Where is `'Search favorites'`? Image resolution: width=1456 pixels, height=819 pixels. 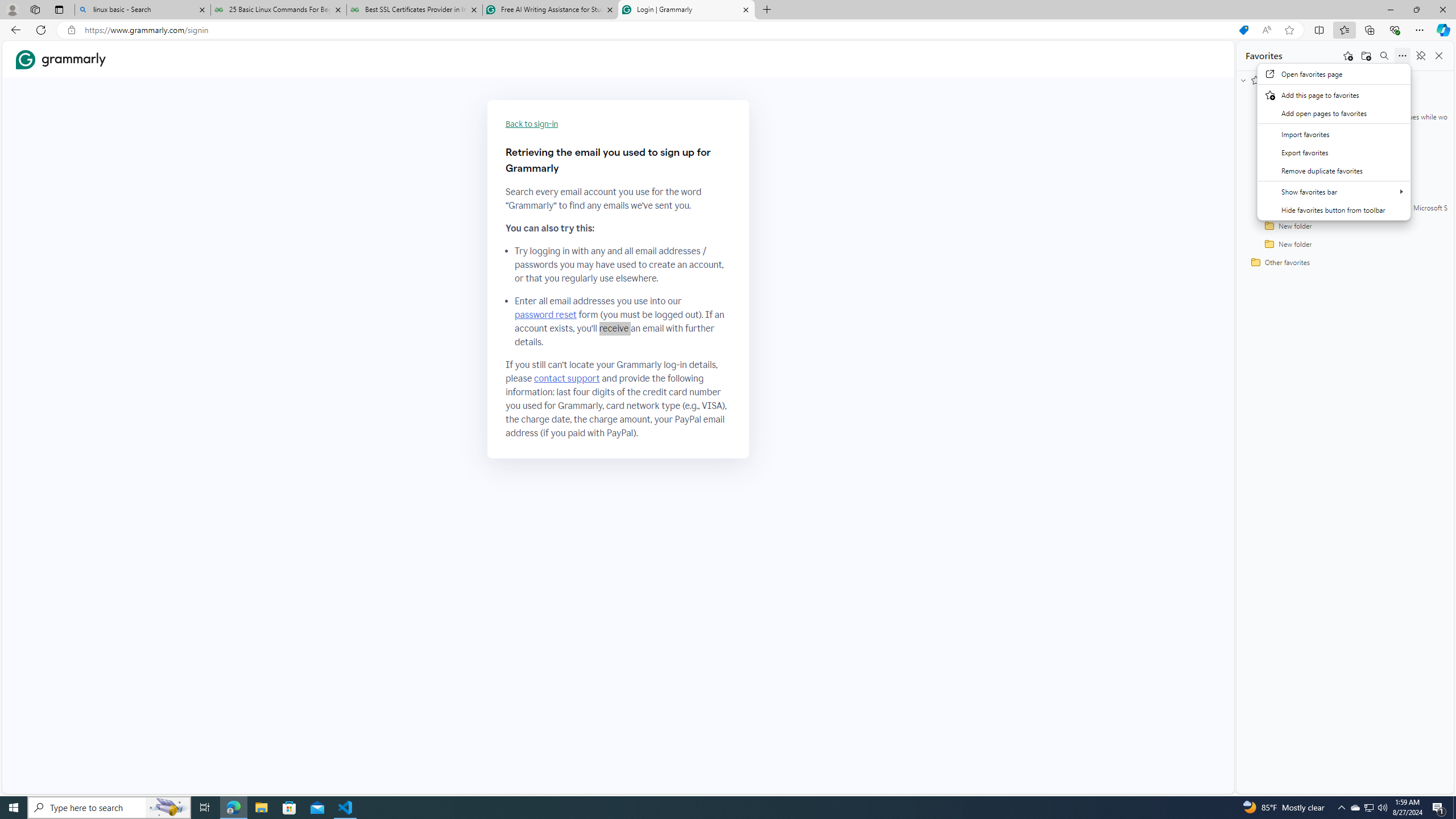
'Search favorites' is located at coordinates (1384, 55).